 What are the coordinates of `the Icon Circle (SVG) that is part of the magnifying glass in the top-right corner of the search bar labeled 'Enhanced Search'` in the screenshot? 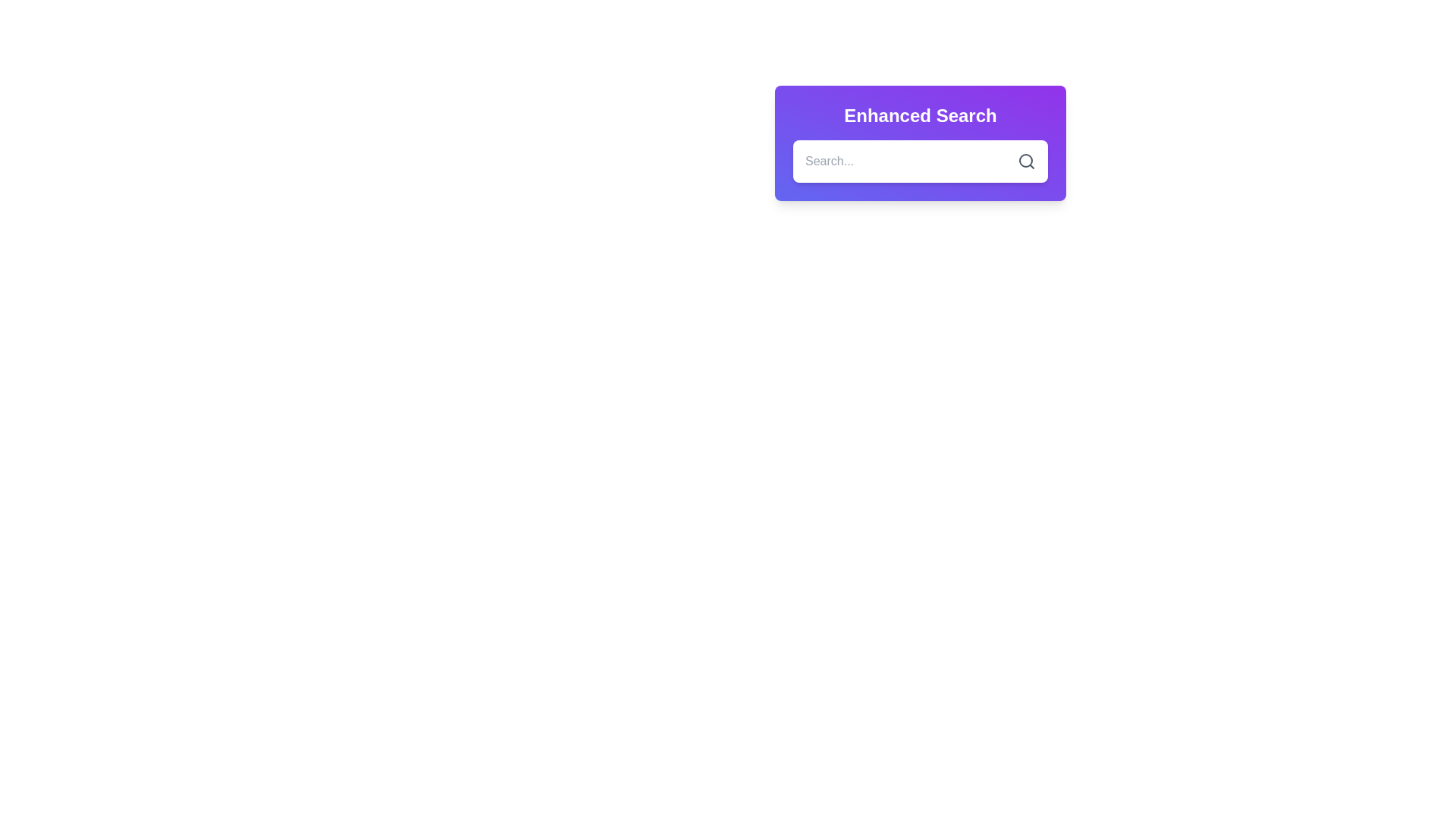 It's located at (1026, 161).